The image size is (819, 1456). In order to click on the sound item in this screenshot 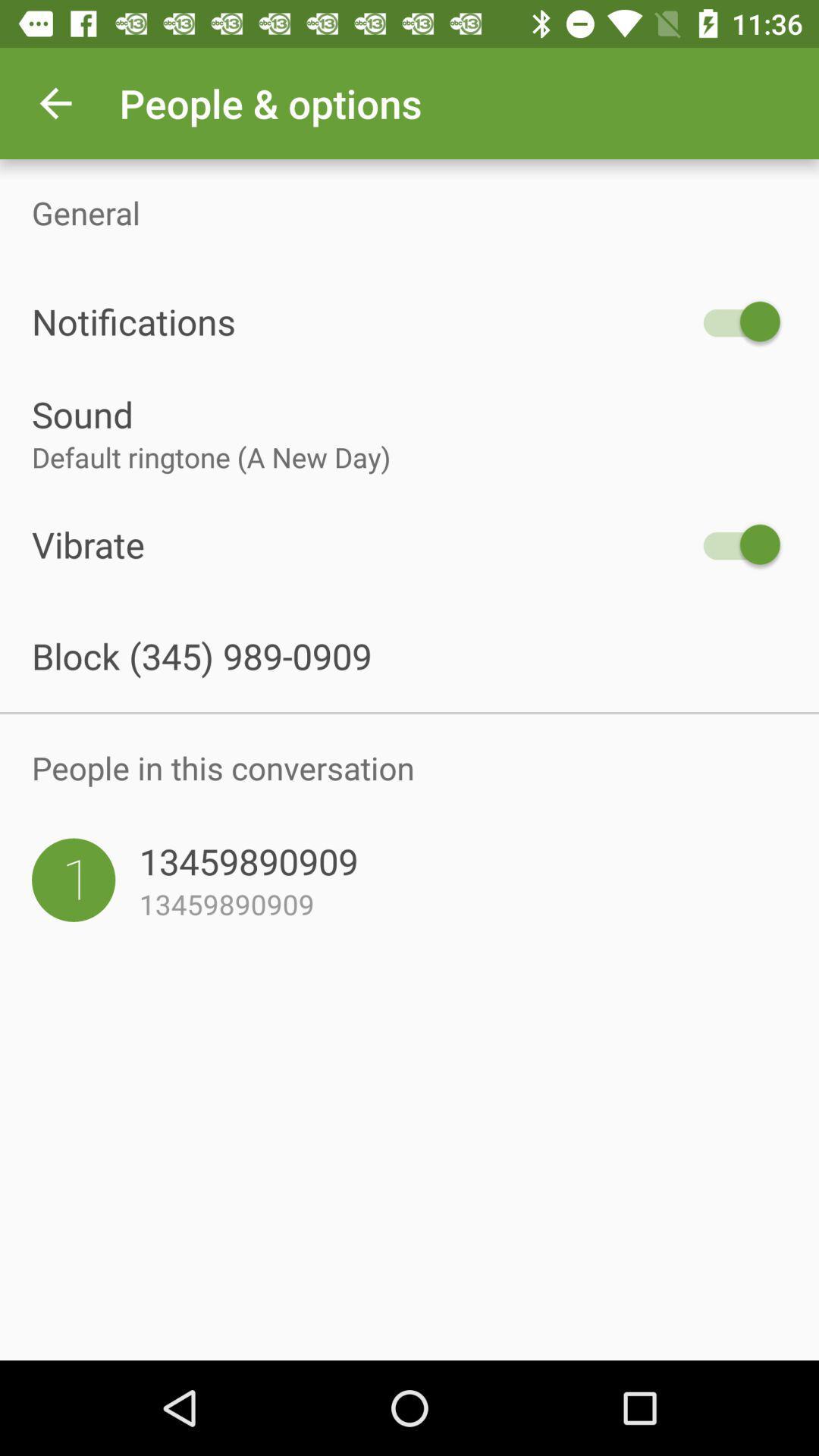, I will do `click(409, 414)`.